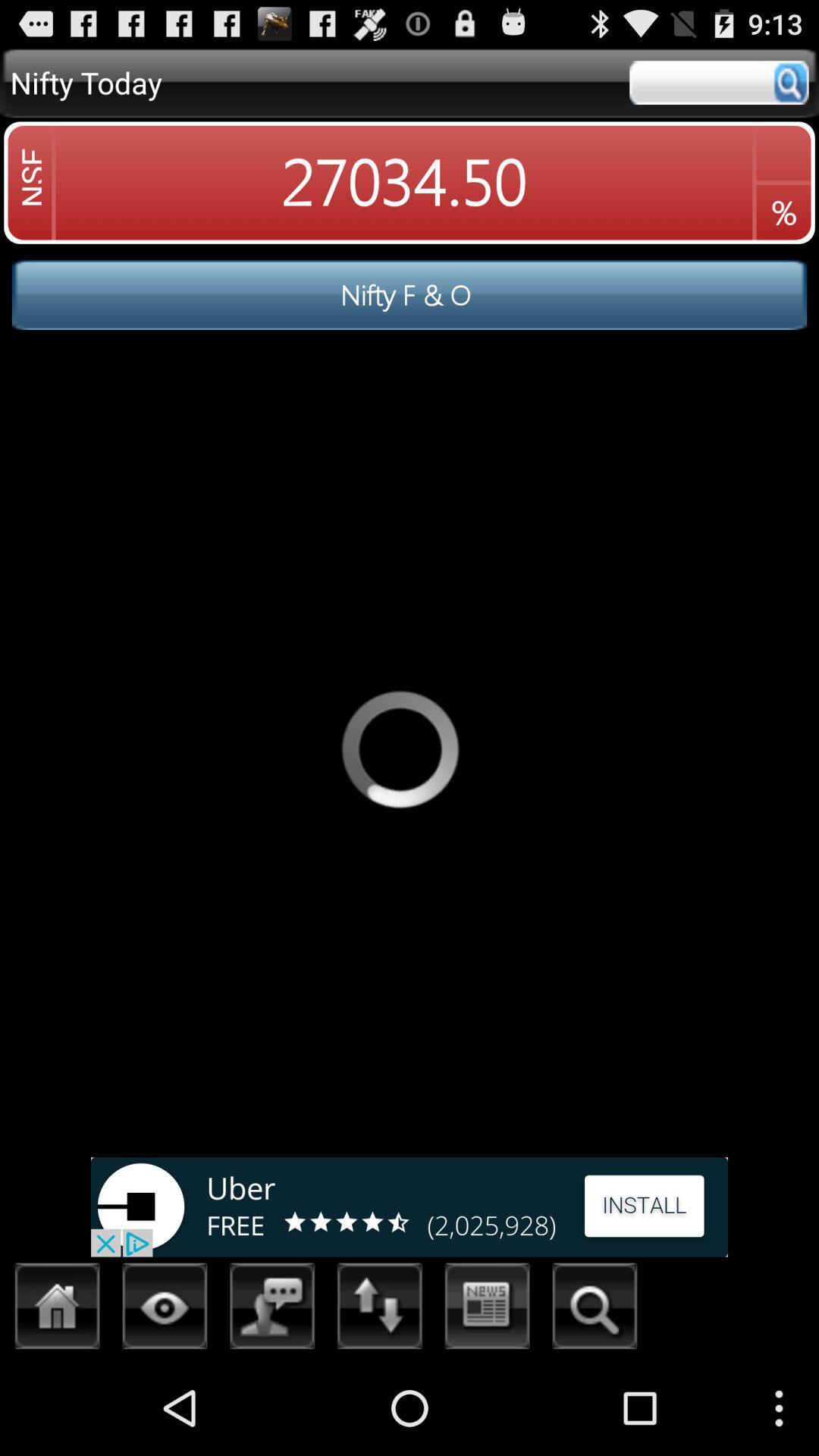 Image resolution: width=819 pixels, height=1456 pixels. I want to click on reorder list, so click(379, 1310).